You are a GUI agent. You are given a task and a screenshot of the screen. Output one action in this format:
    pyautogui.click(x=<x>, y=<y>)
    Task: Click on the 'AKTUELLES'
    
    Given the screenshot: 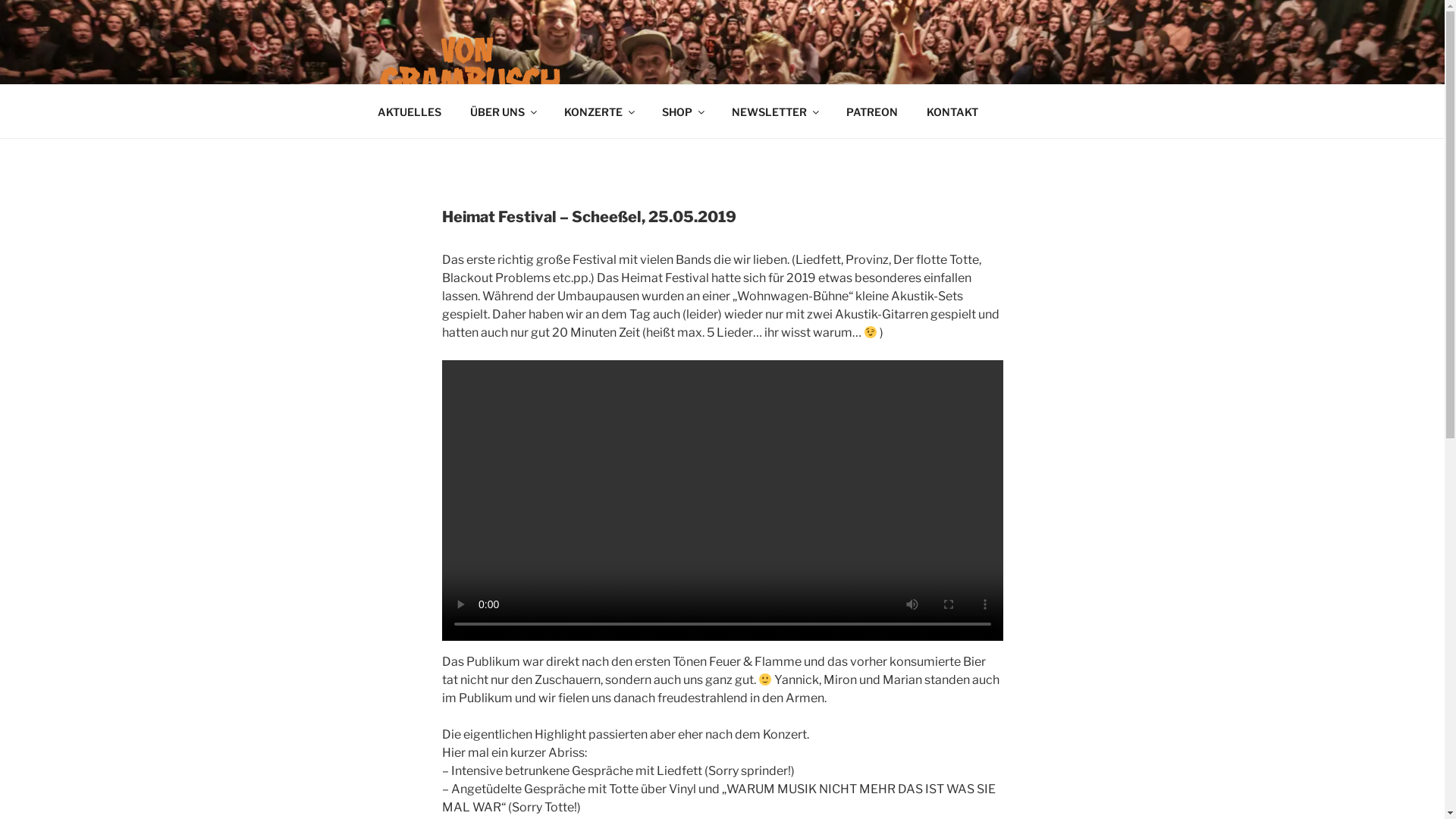 What is the action you would take?
    pyautogui.click(x=409, y=110)
    